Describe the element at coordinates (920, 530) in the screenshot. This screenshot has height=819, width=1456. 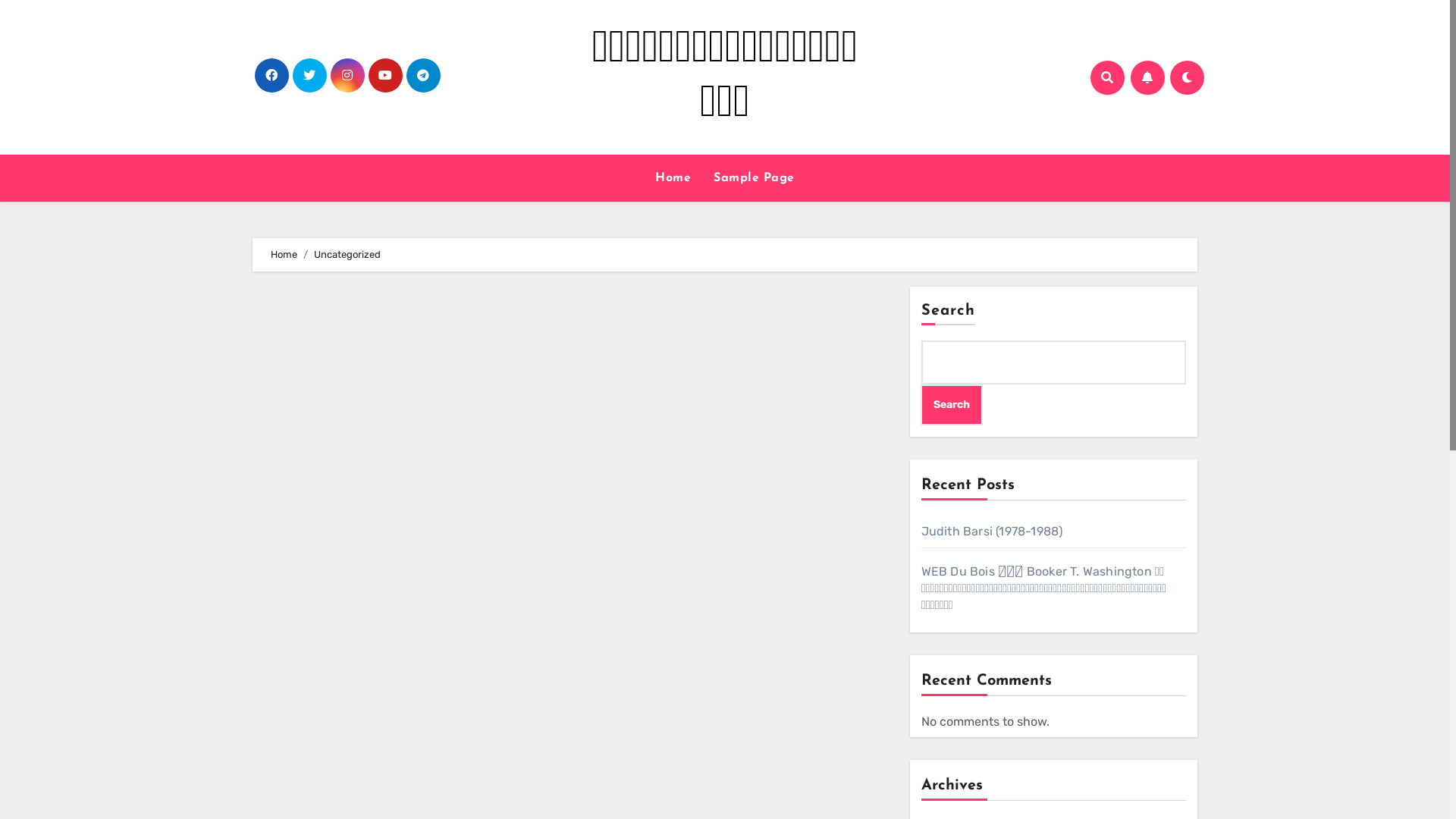
I see `'Judith Barsi (1978-1988)'` at that location.